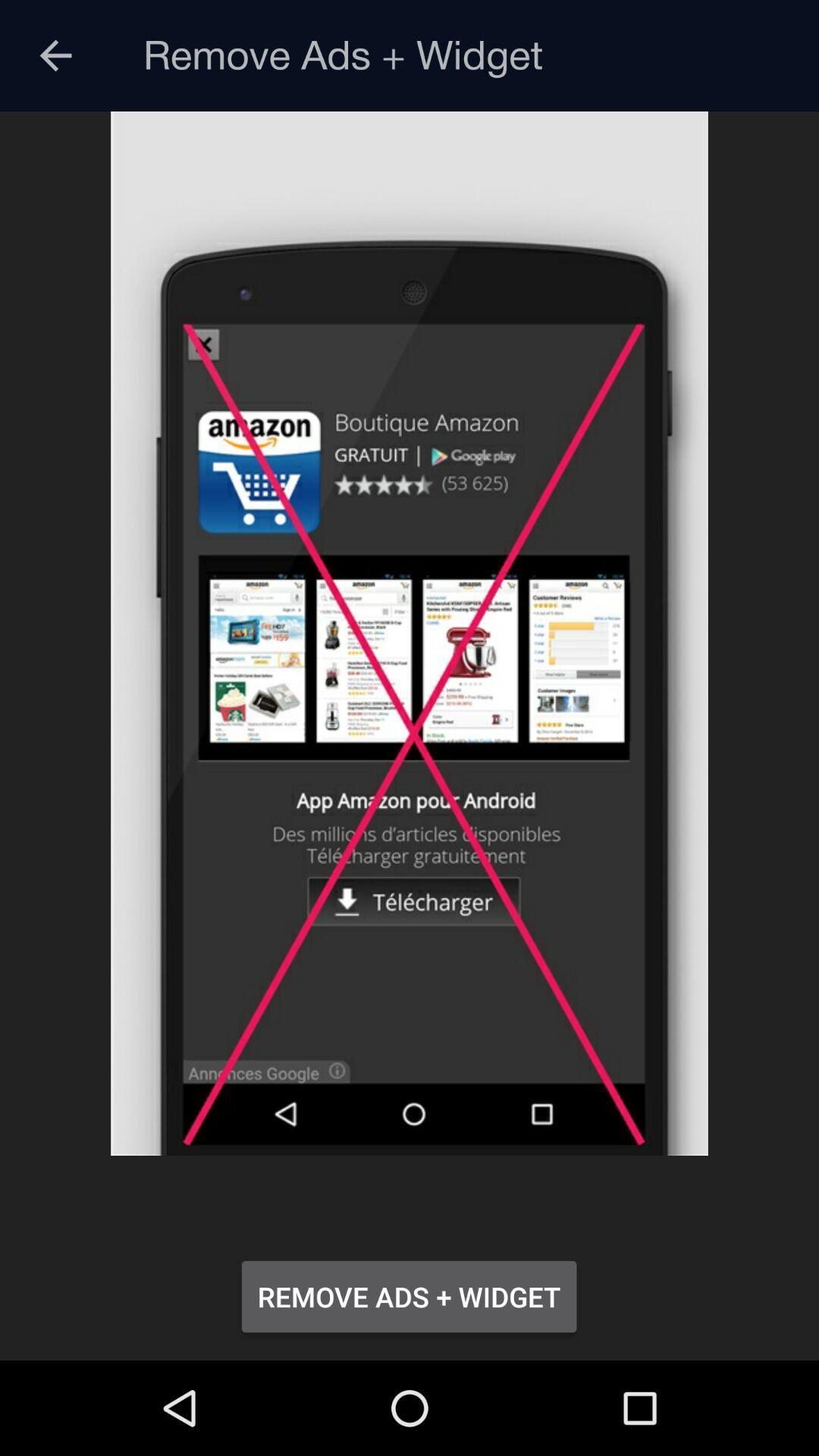  Describe the element at coordinates (55, 55) in the screenshot. I see `icon to the left of remove ads + widget` at that location.